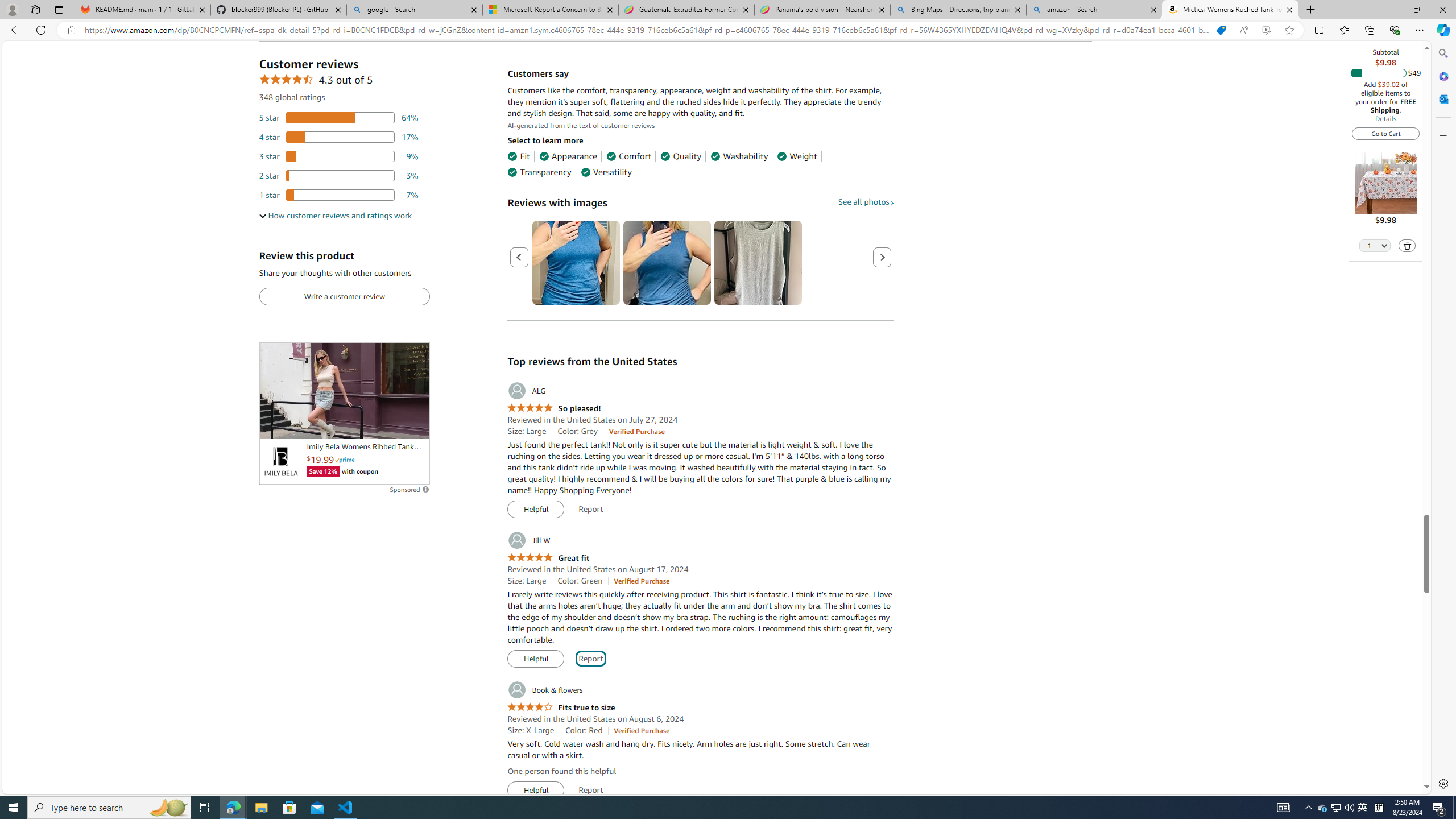 The image size is (1456, 819). Describe the element at coordinates (554, 408) in the screenshot. I see `'5.0 out of 5 stars So pleased!'` at that location.